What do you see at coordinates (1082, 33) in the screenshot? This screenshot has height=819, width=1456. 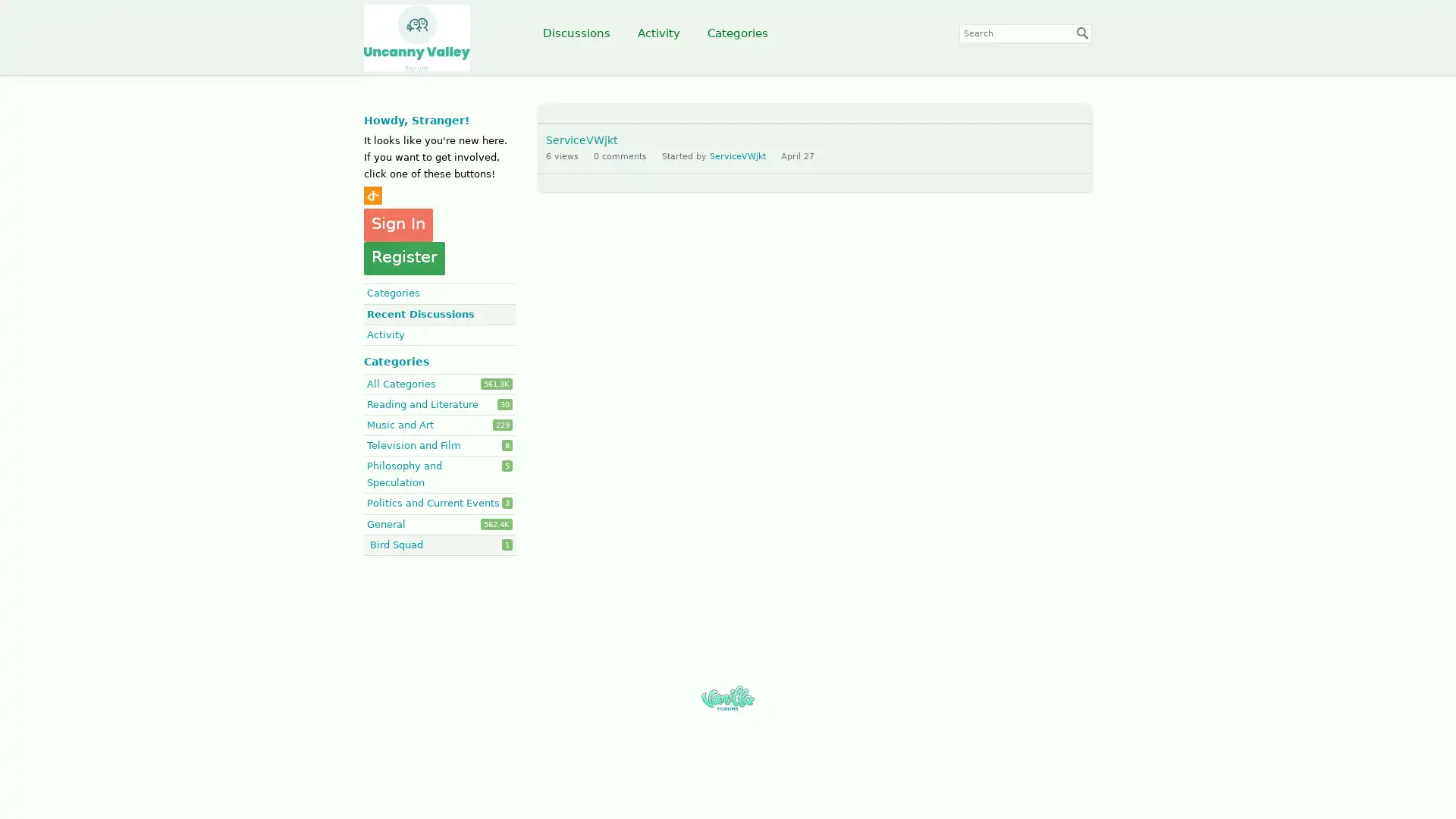 I see `Search` at bounding box center [1082, 33].